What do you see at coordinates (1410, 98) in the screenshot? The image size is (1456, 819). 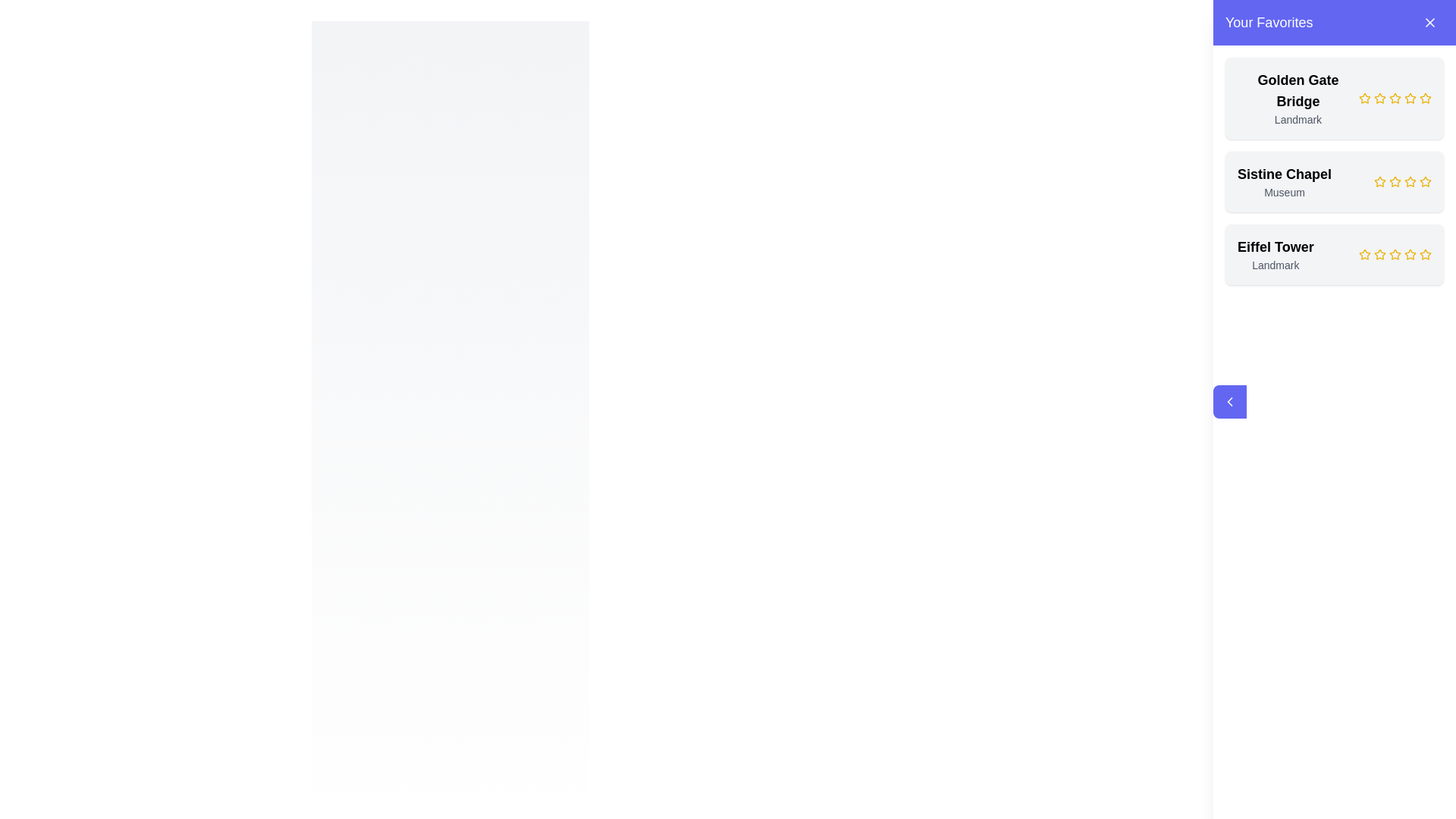 I see `the third star icon in the horizontal row for the 'Golden Gate Bridge' entry in the 'Your Favorites' section` at bounding box center [1410, 98].